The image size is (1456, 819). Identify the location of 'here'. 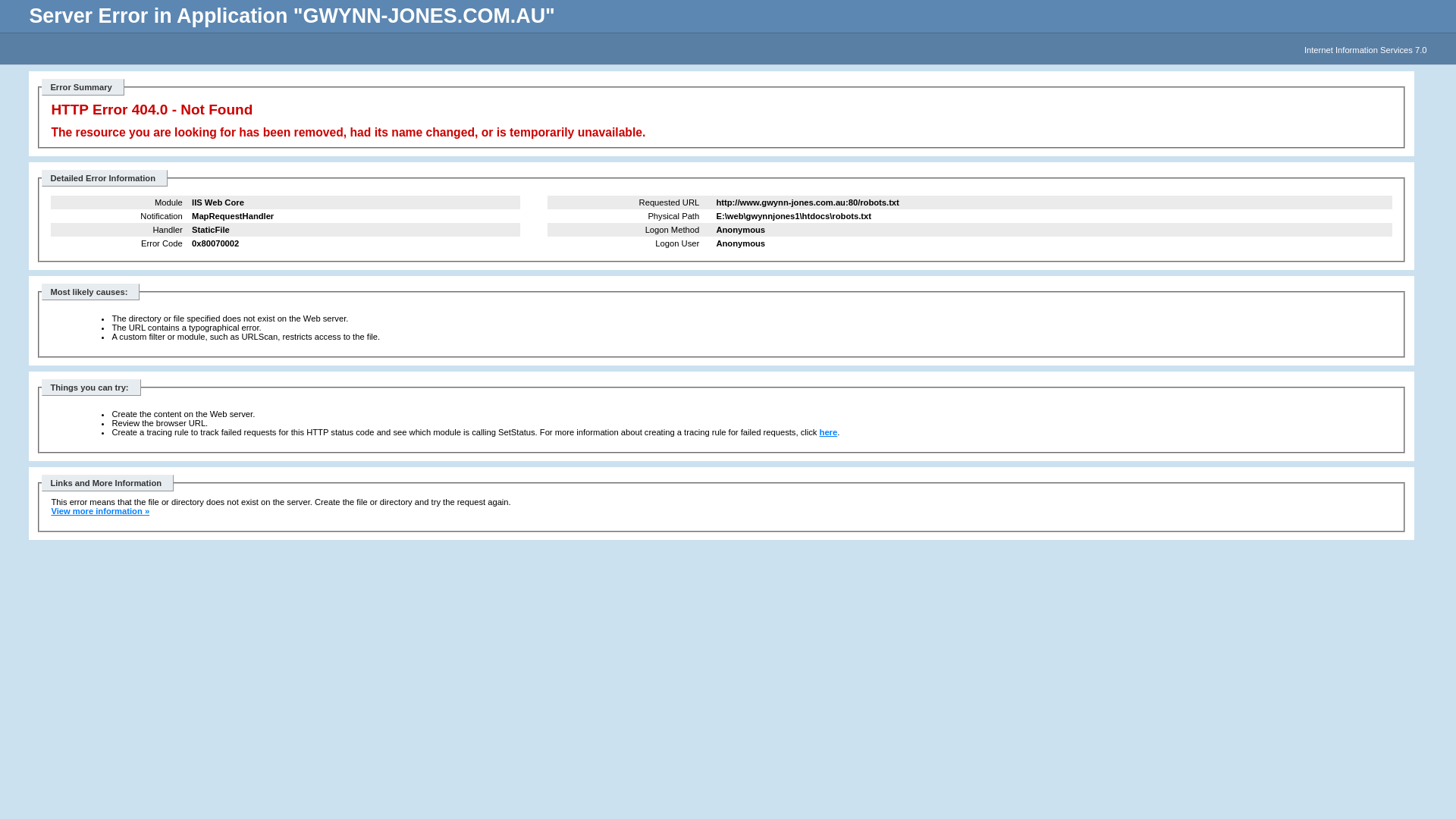
(828, 432).